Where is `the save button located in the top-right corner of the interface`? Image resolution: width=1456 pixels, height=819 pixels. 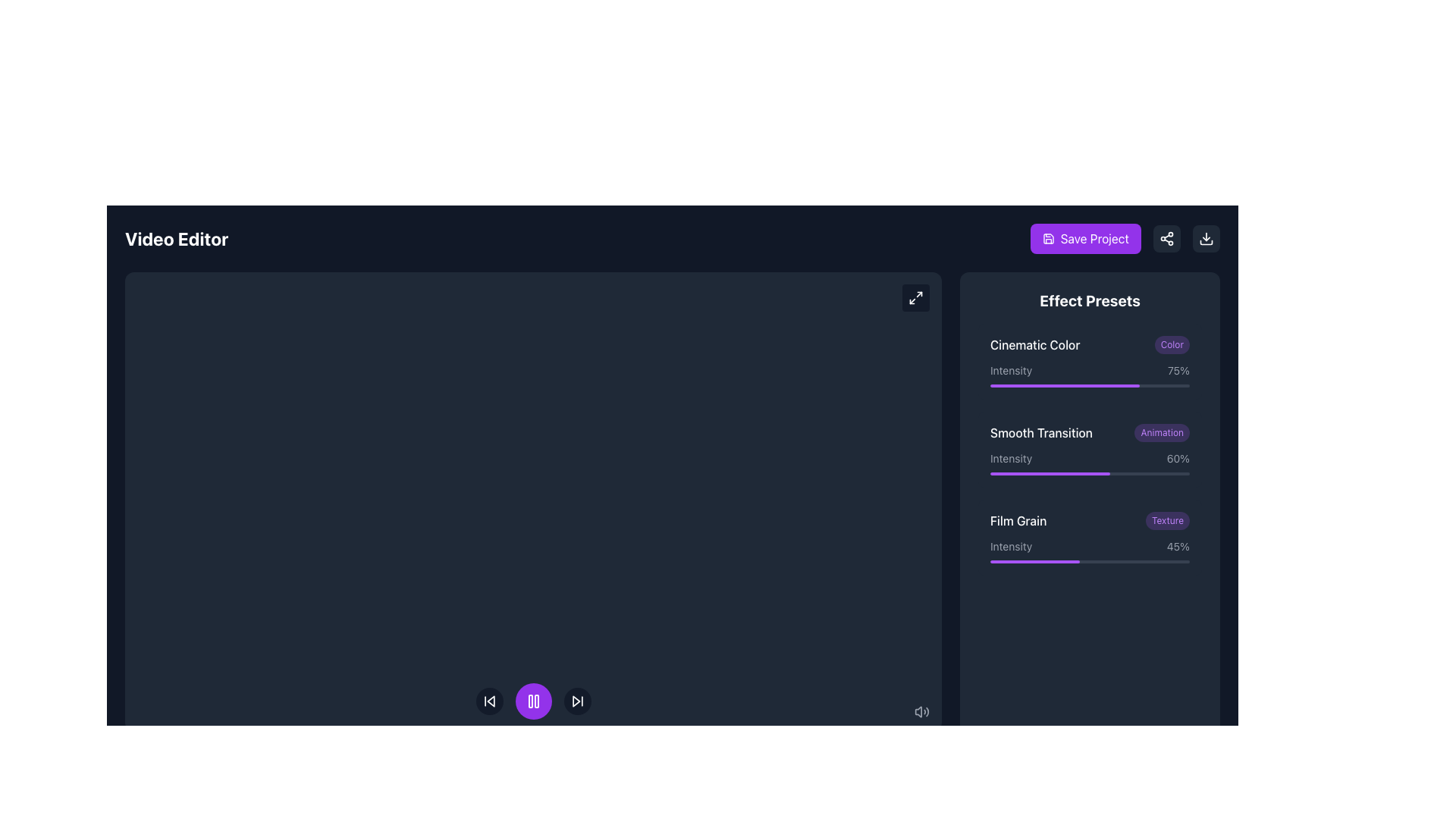
the save button located in the top-right corner of the interface is located at coordinates (1084, 239).